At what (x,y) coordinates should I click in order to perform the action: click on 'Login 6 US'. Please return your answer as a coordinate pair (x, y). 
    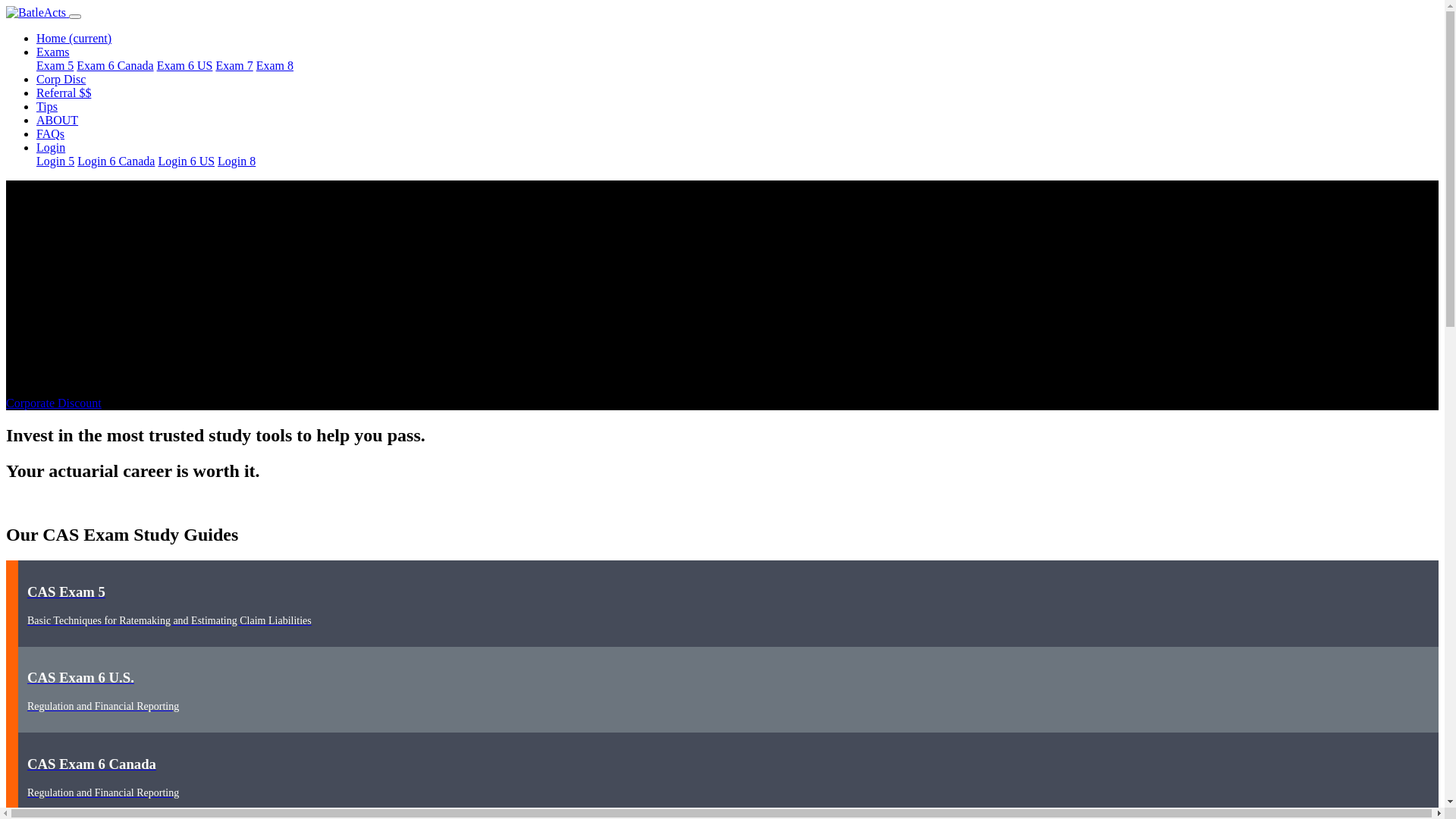
    Looking at the image, I should click on (157, 161).